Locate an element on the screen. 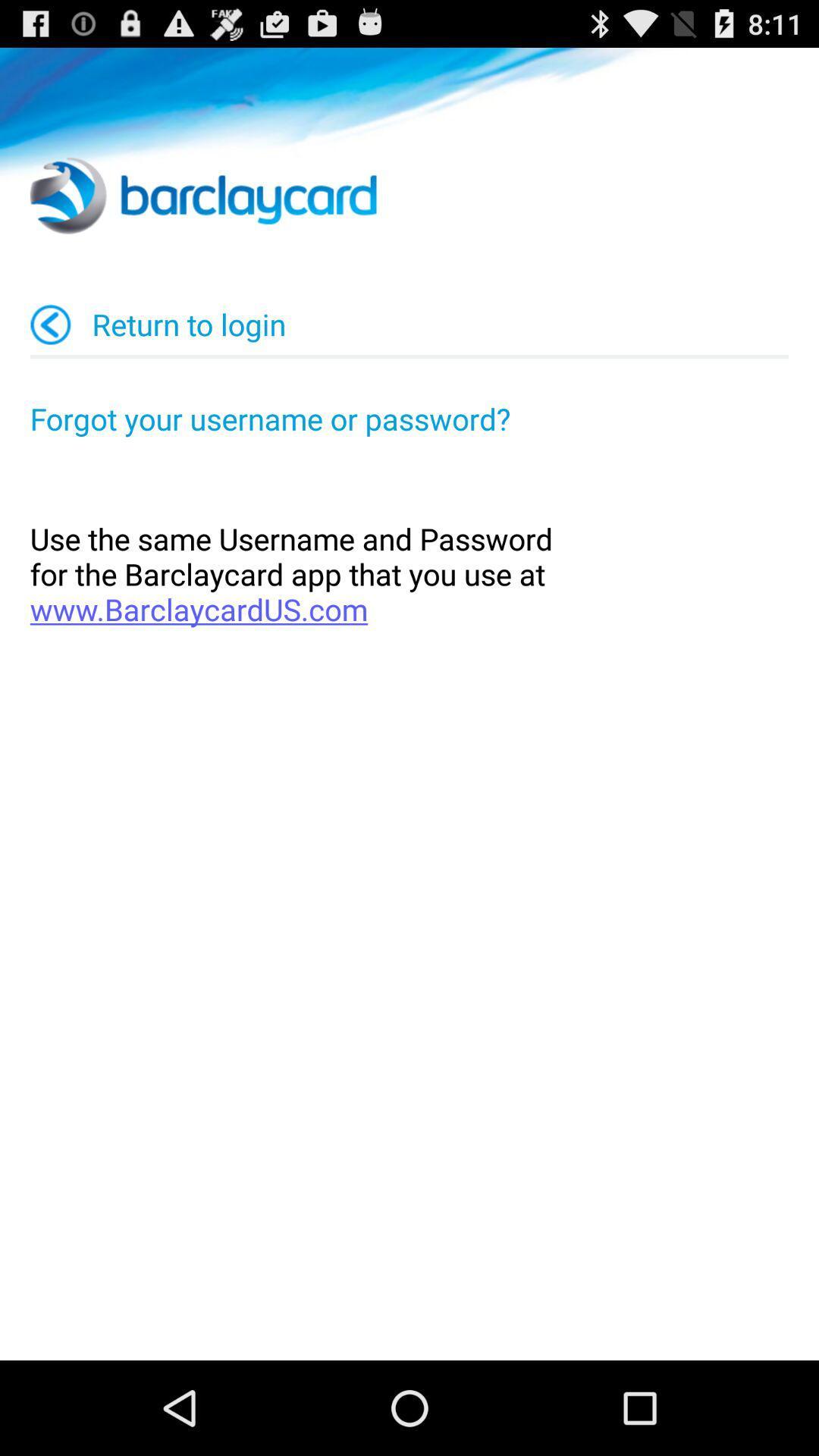  the use the same is located at coordinates (409, 573).